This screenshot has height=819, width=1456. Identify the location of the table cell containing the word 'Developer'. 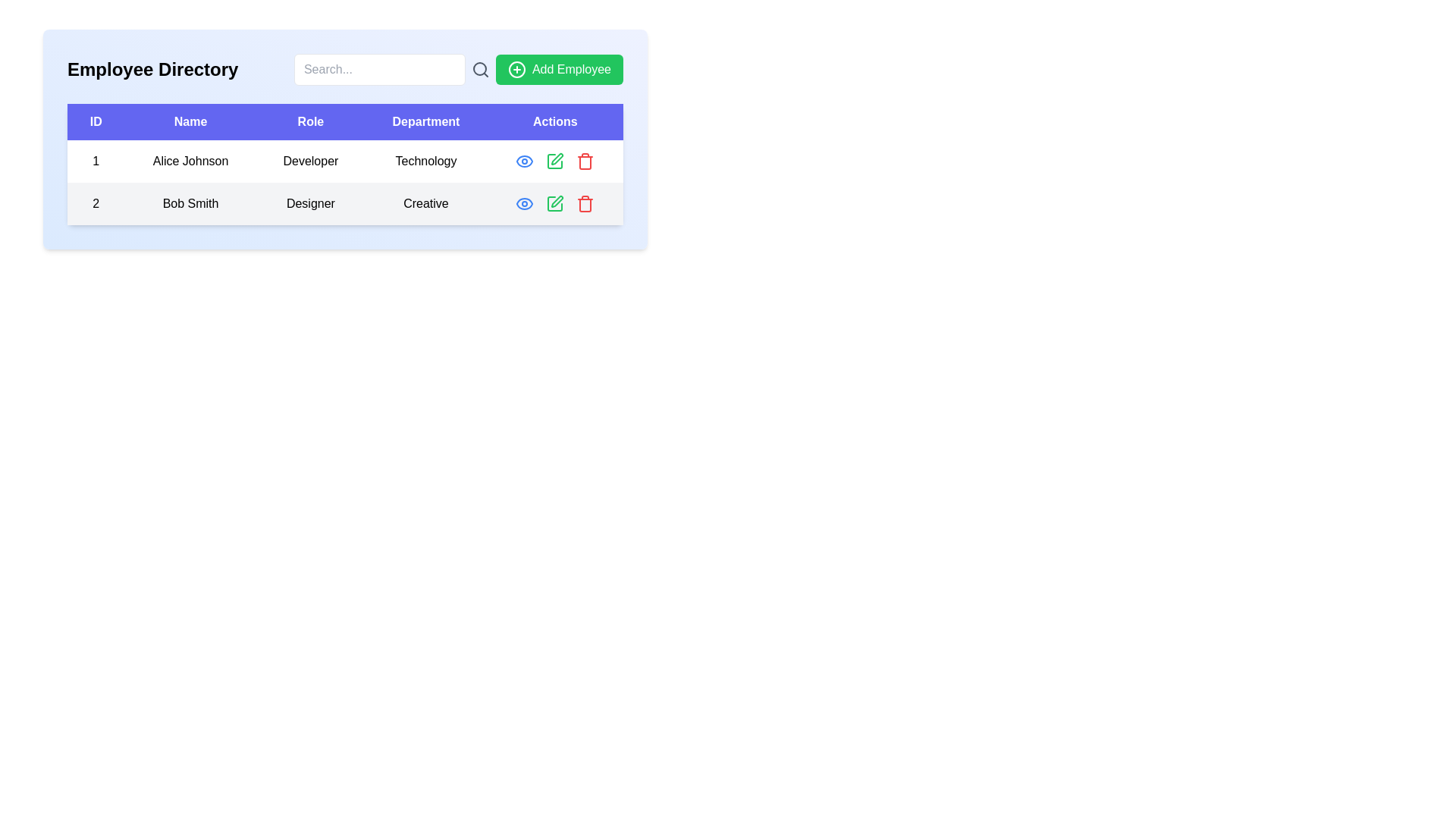
(309, 161).